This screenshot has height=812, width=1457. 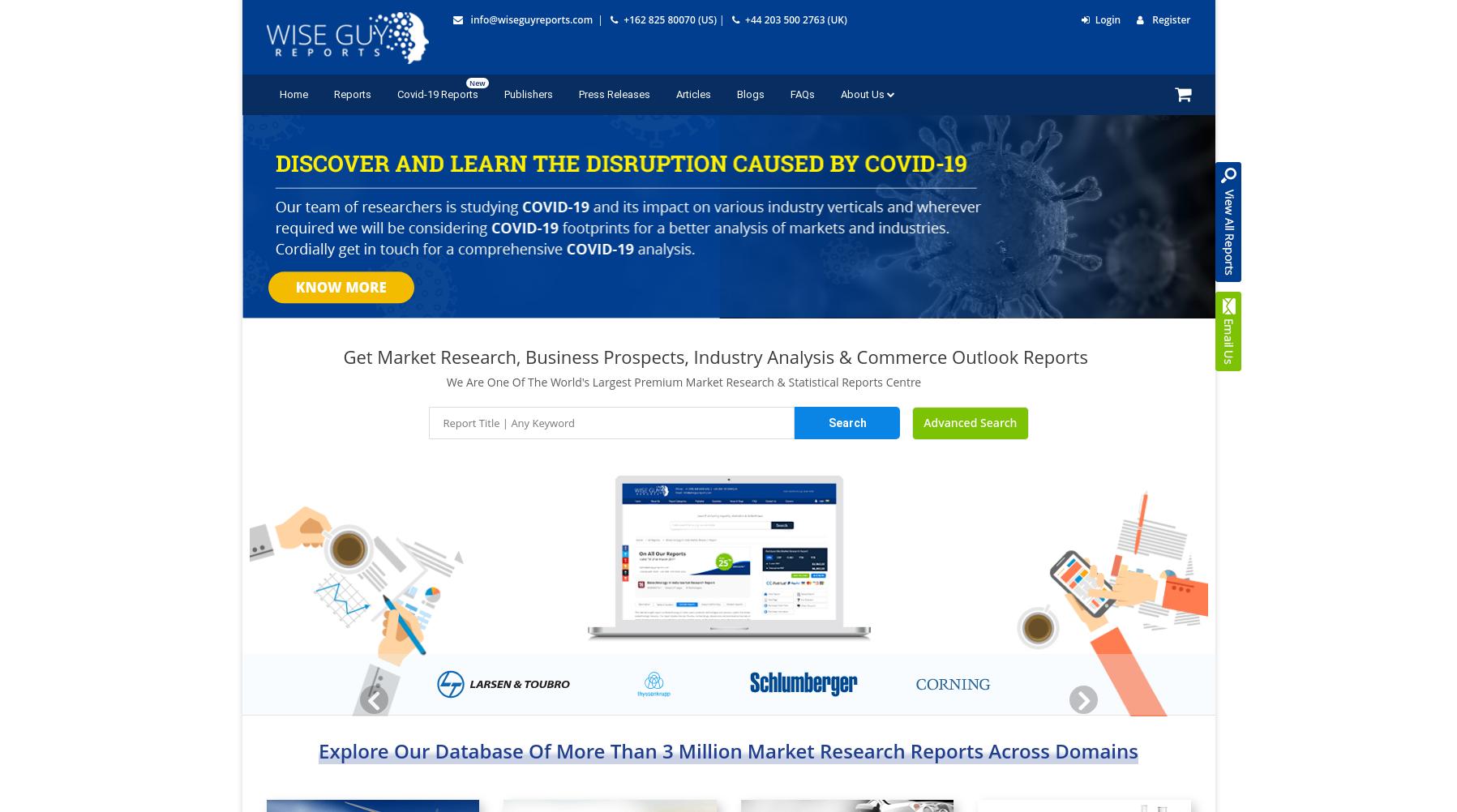 I want to click on 'We Are One Of The World's Largest Premium Market Research & Statistical Reports Centre', so click(x=682, y=380).